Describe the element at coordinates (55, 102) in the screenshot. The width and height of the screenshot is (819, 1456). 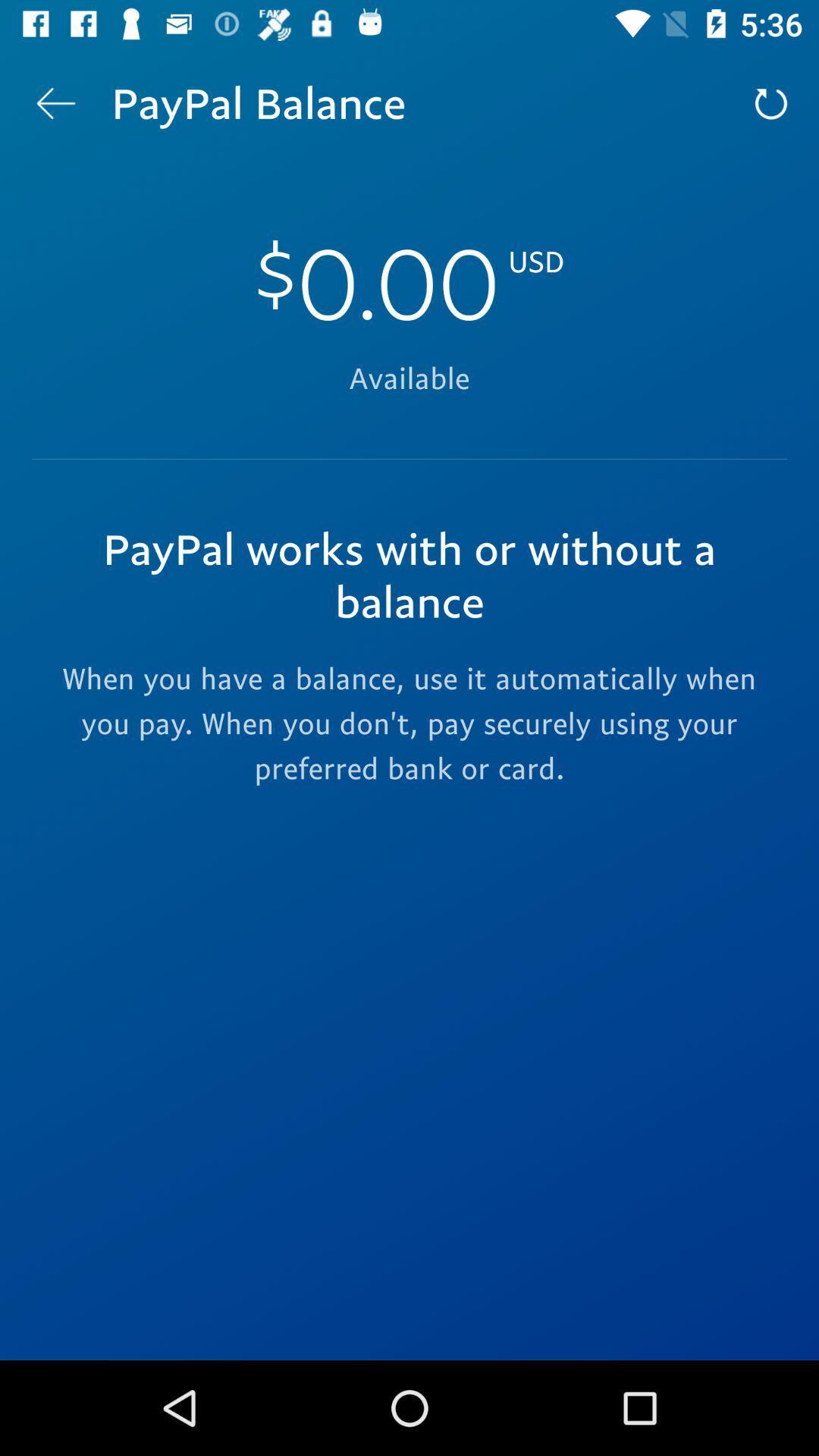
I see `icon to the left of paypal balance item` at that location.